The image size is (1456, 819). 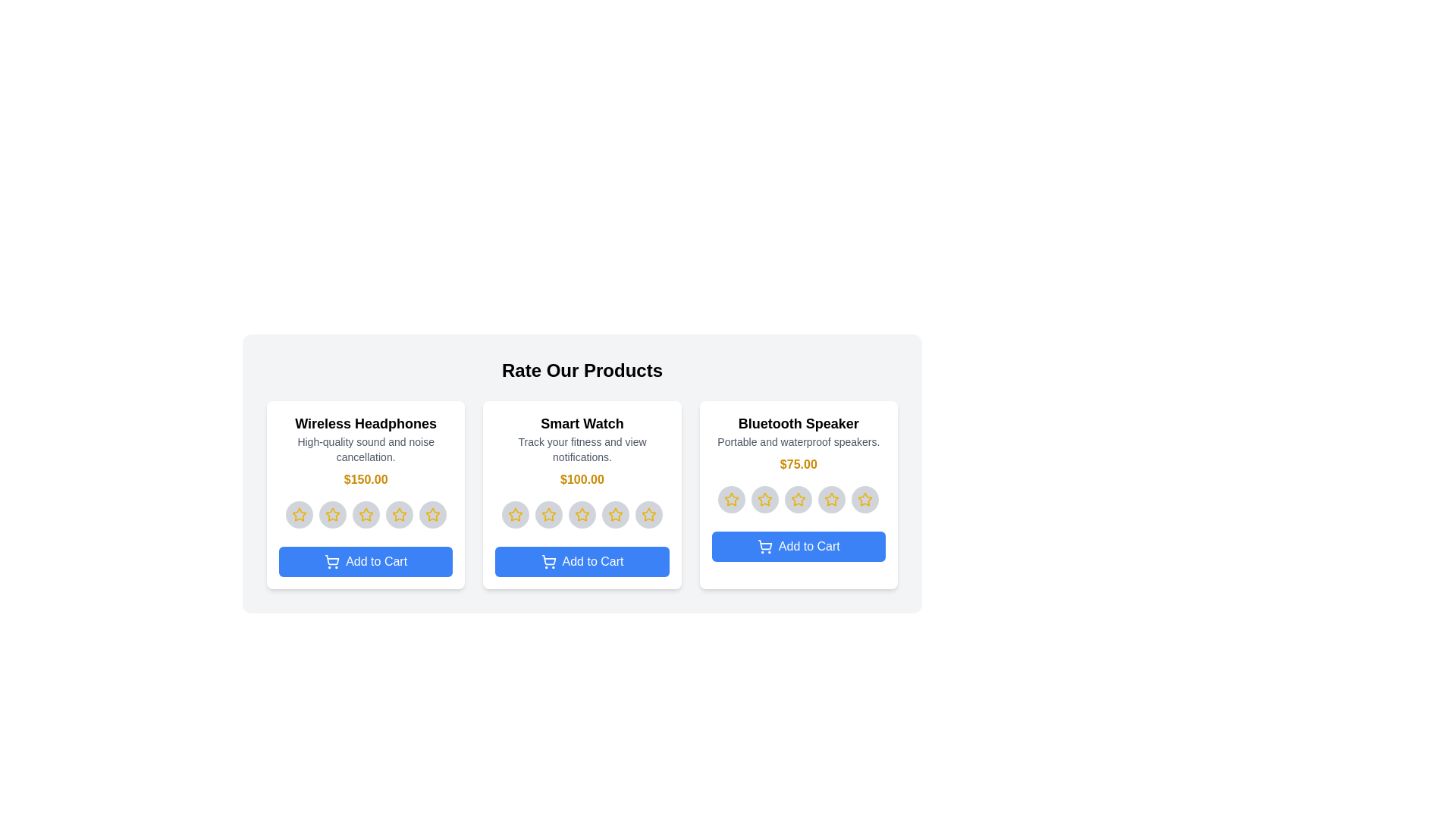 What do you see at coordinates (648, 513) in the screenshot?
I see `the star corresponding to 5 for the product 'Smart Watch'` at bounding box center [648, 513].